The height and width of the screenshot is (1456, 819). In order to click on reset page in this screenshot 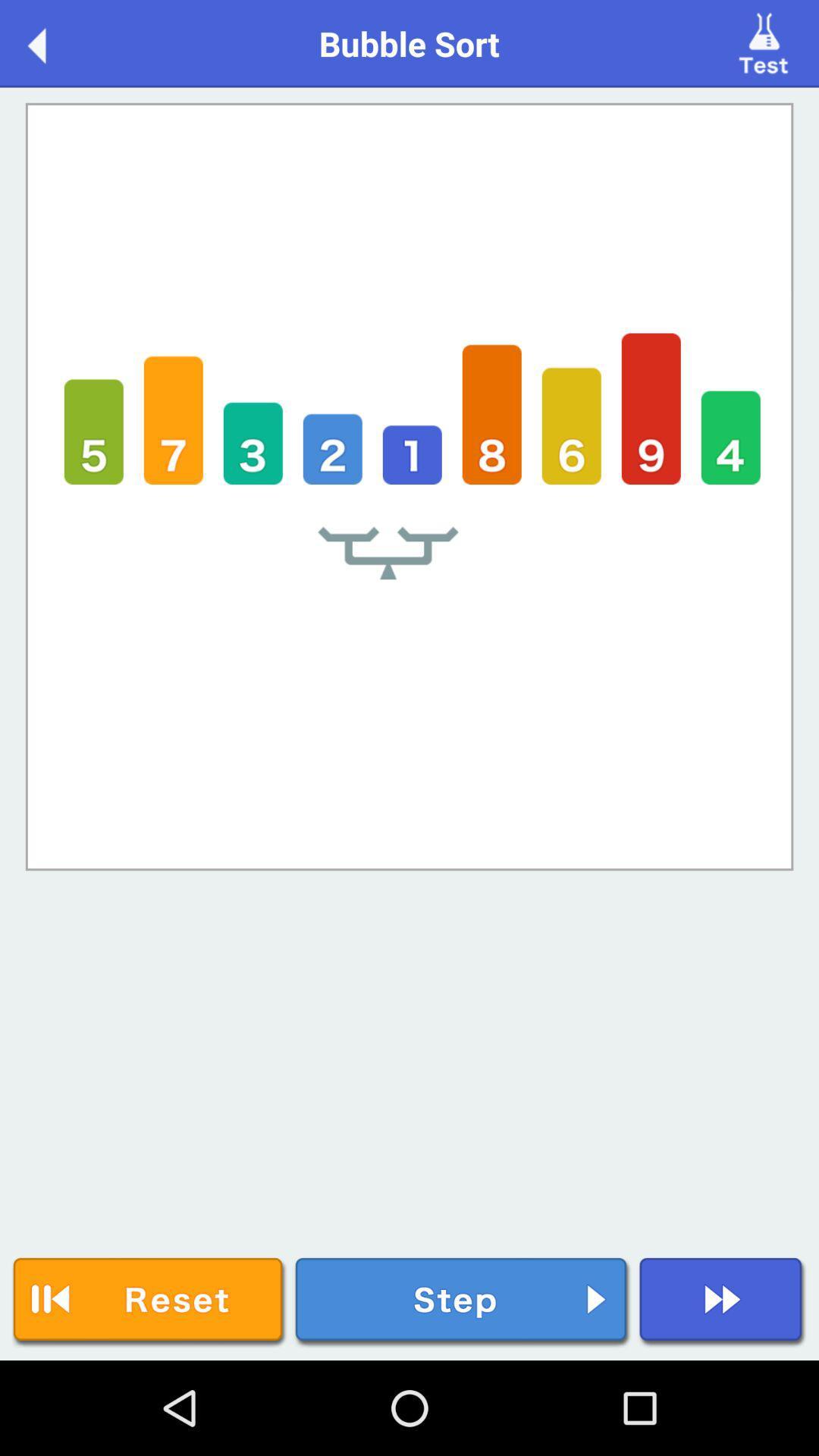, I will do `click(149, 1301)`.